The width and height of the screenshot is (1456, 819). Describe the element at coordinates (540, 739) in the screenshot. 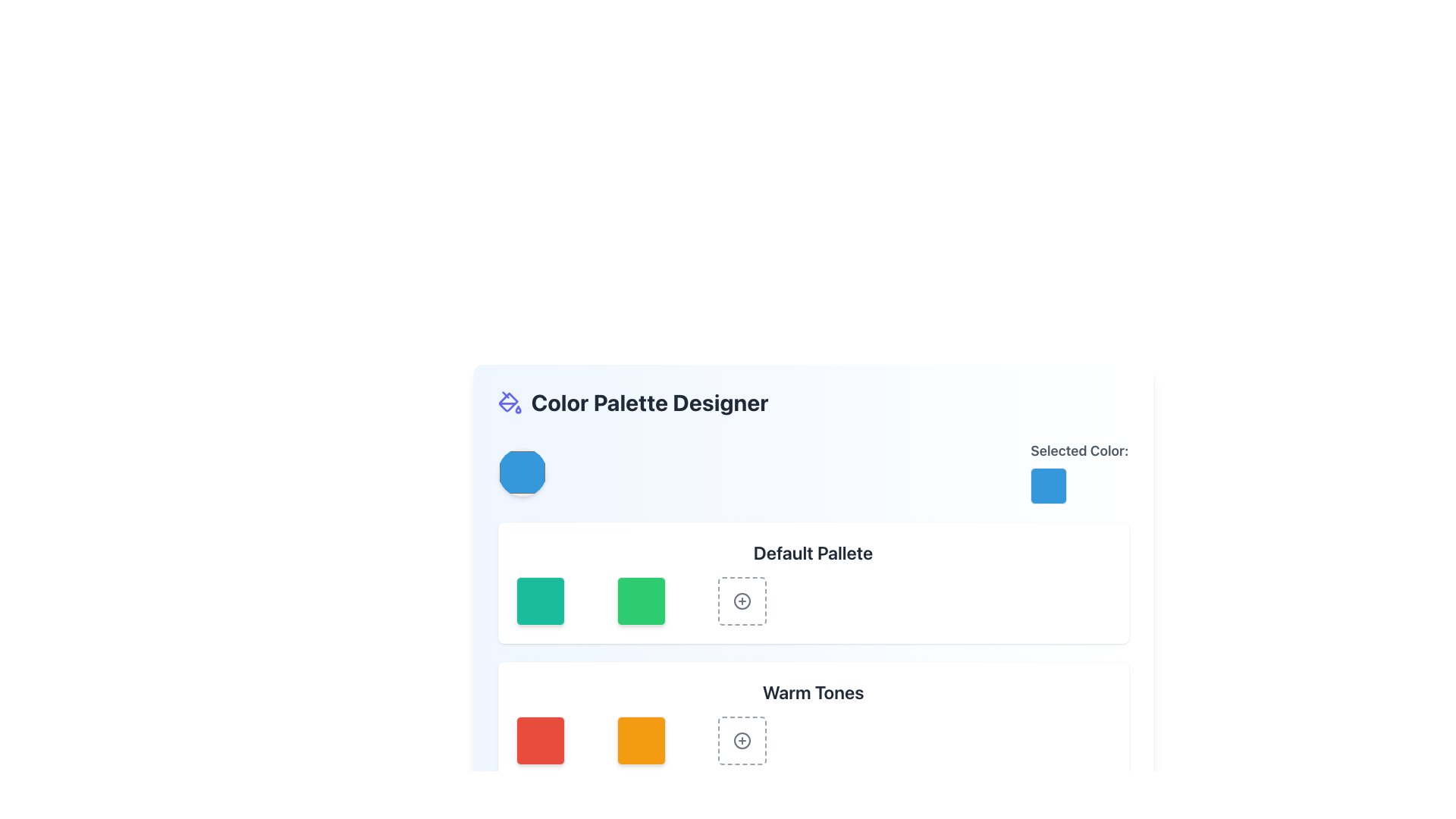

I see `the red color swatch with rounded corners located in the 'Warm Tones' section` at that location.